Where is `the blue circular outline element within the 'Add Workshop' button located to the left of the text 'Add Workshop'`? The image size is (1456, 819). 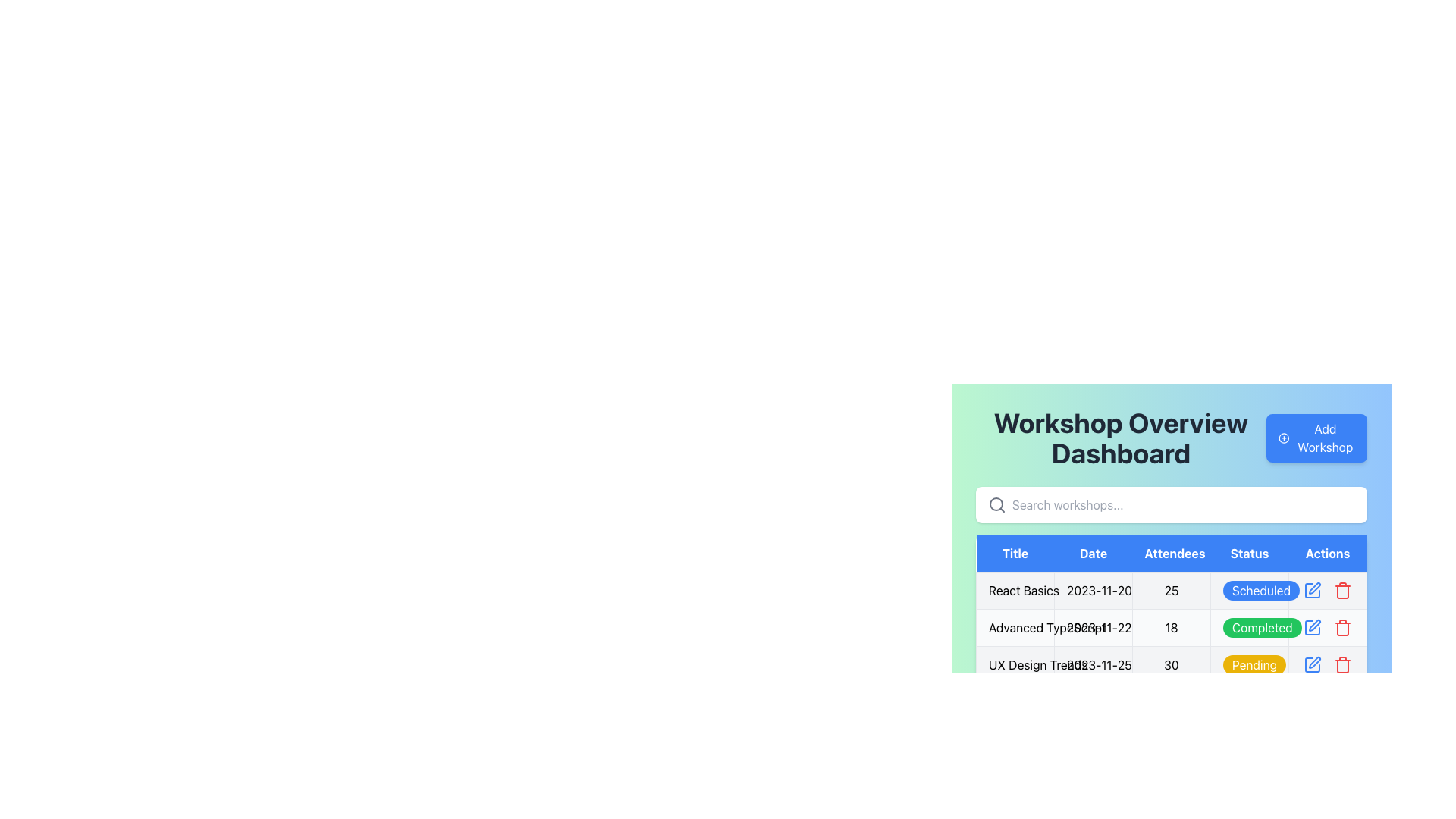
the blue circular outline element within the 'Add Workshop' button located to the left of the text 'Add Workshop' is located at coordinates (1283, 438).